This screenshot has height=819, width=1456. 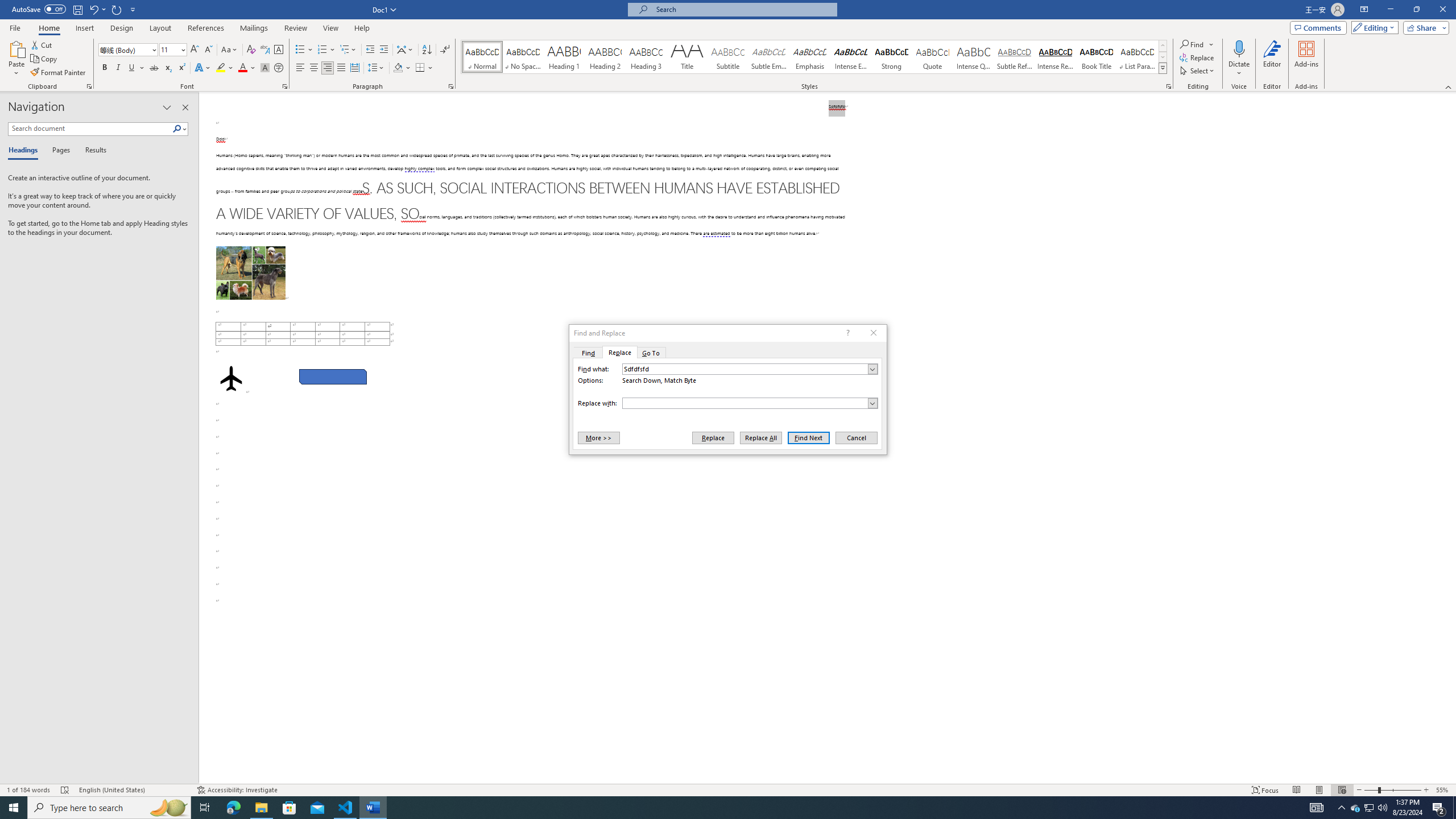 What do you see at coordinates (405, 49) in the screenshot?
I see `'Asian Layout'` at bounding box center [405, 49].